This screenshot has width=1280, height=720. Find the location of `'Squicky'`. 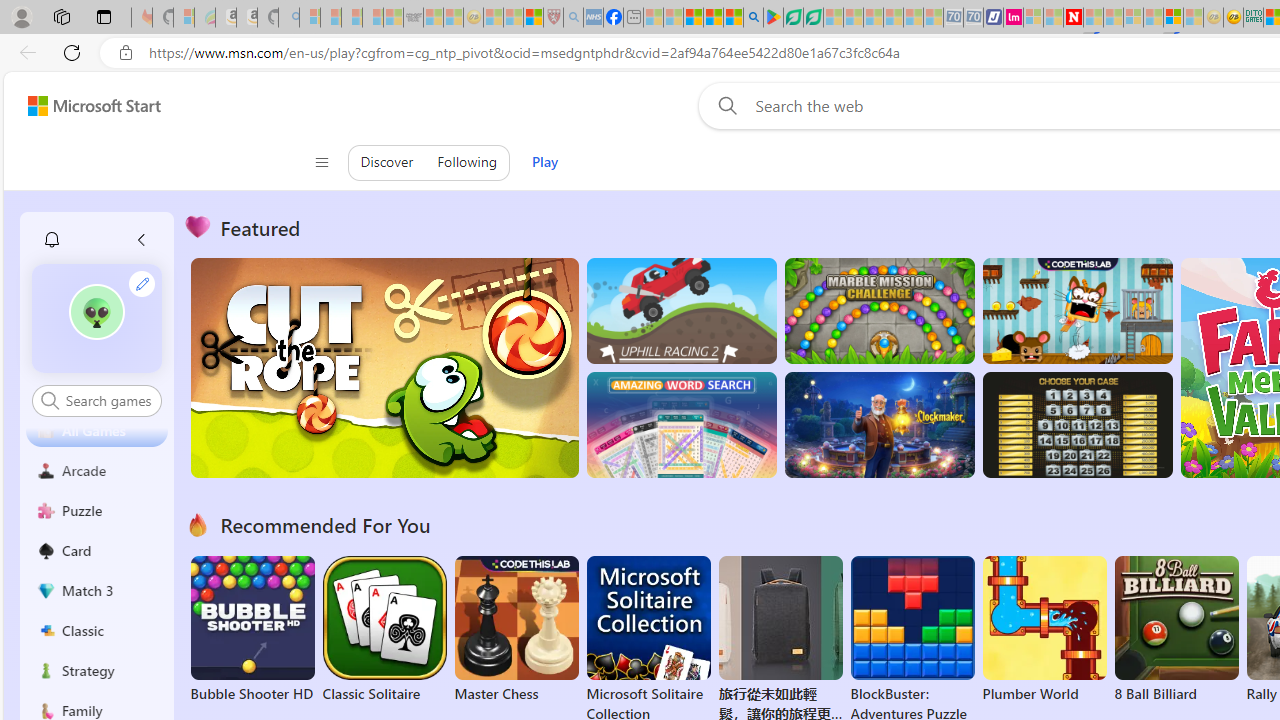

'Squicky' is located at coordinates (1076, 311).